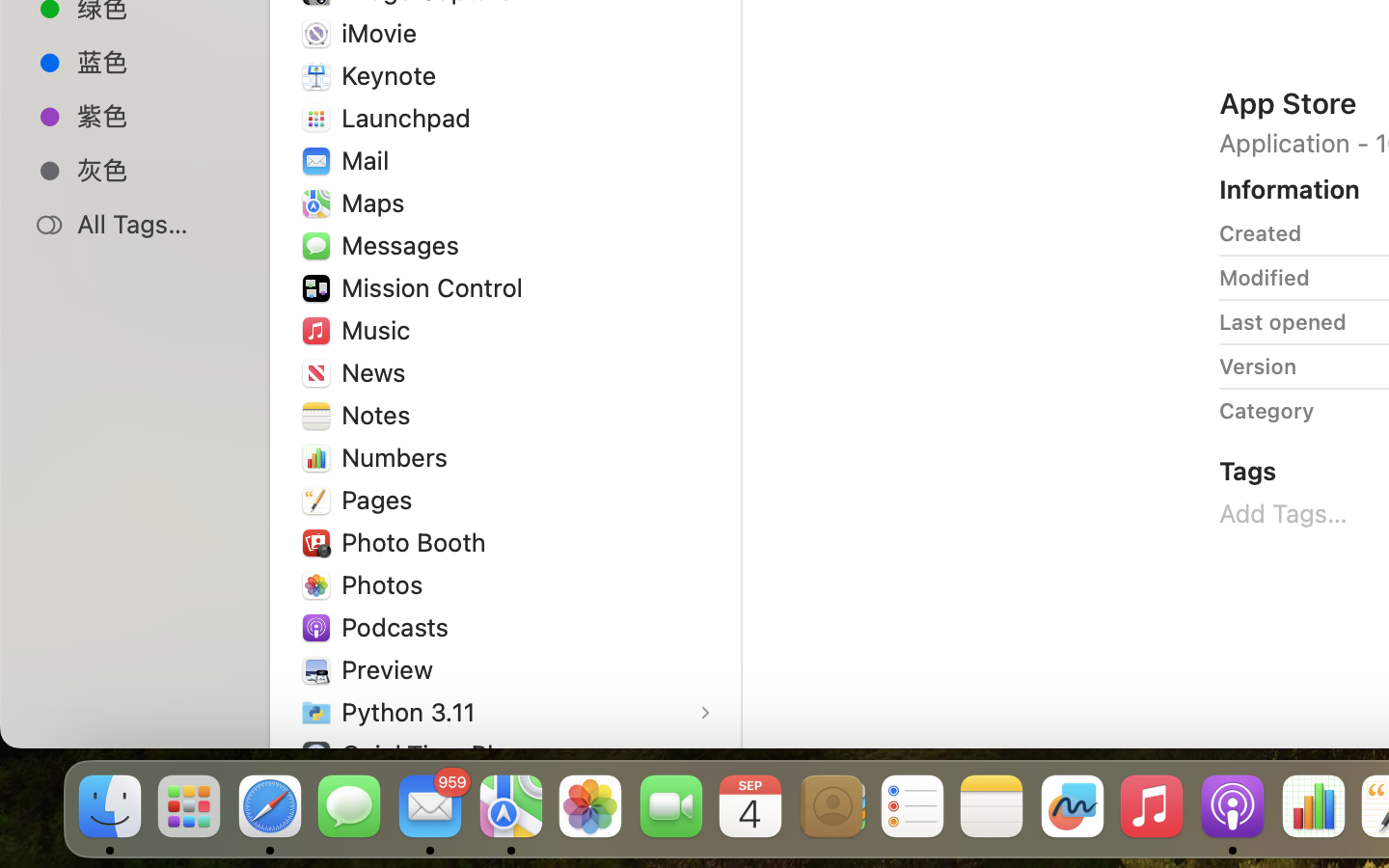 This screenshot has height=868, width=1389. I want to click on 'Information', so click(1289, 189).